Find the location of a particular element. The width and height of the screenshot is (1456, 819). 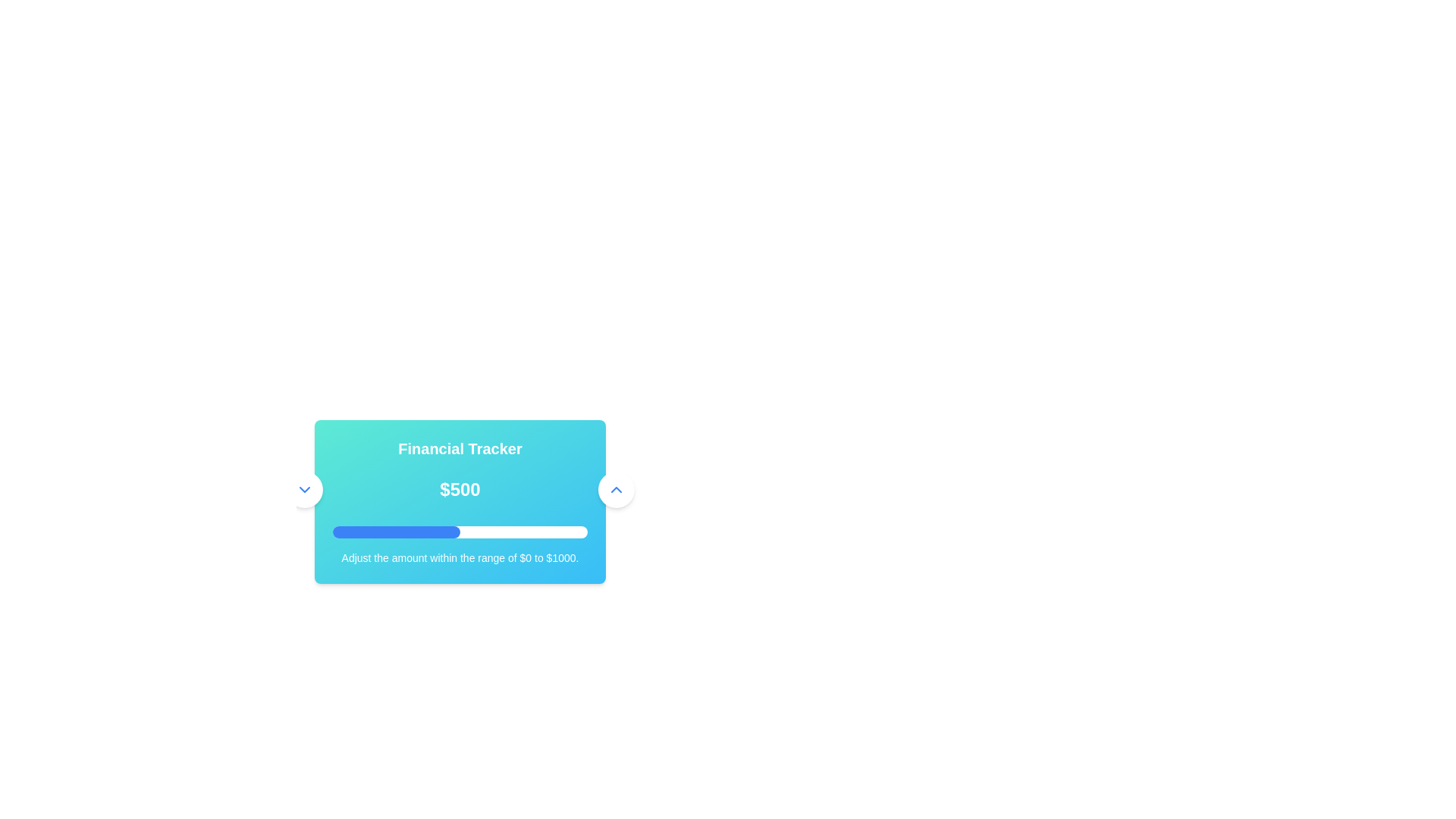

the button with an icon located beneath the 'Financial Tracker' title is located at coordinates (303, 489).